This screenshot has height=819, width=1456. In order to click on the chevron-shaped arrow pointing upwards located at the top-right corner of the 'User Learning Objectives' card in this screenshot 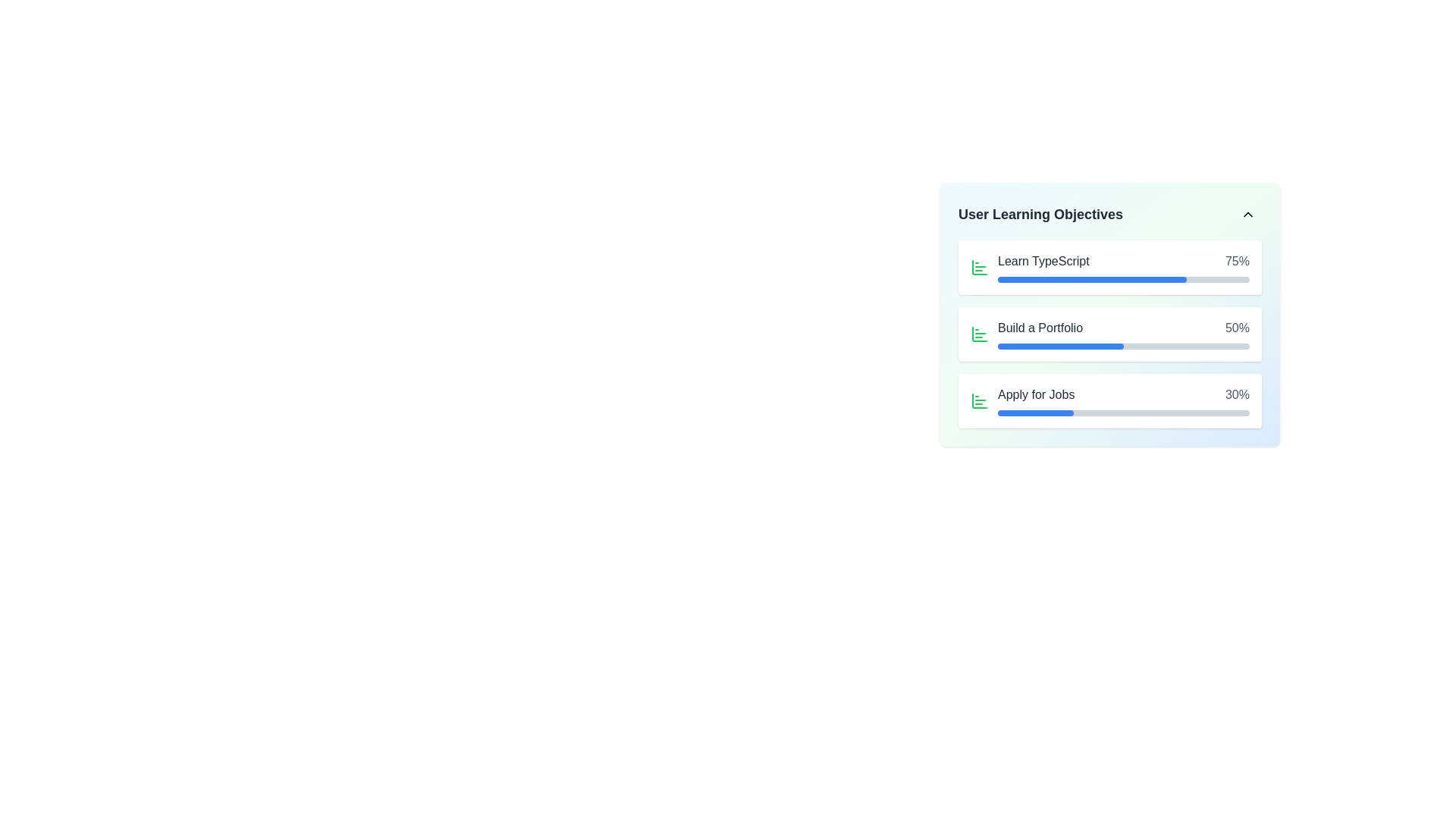, I will do `click(1248, 214)`.